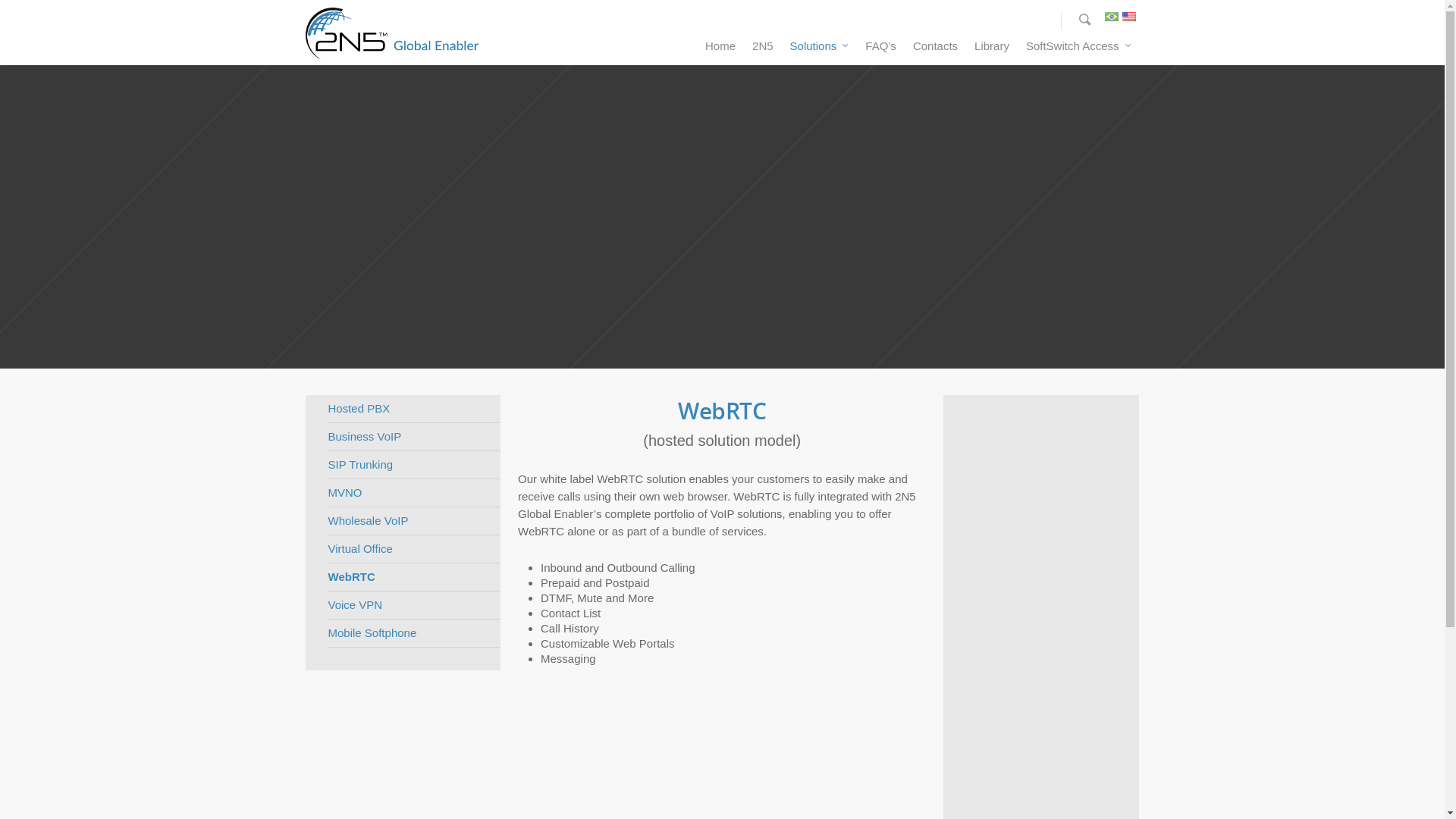 The image size is (1456, 819). Describe the element at coordinates (413, 604) in the screenshot. I see `'Voice VPN'` at that location.